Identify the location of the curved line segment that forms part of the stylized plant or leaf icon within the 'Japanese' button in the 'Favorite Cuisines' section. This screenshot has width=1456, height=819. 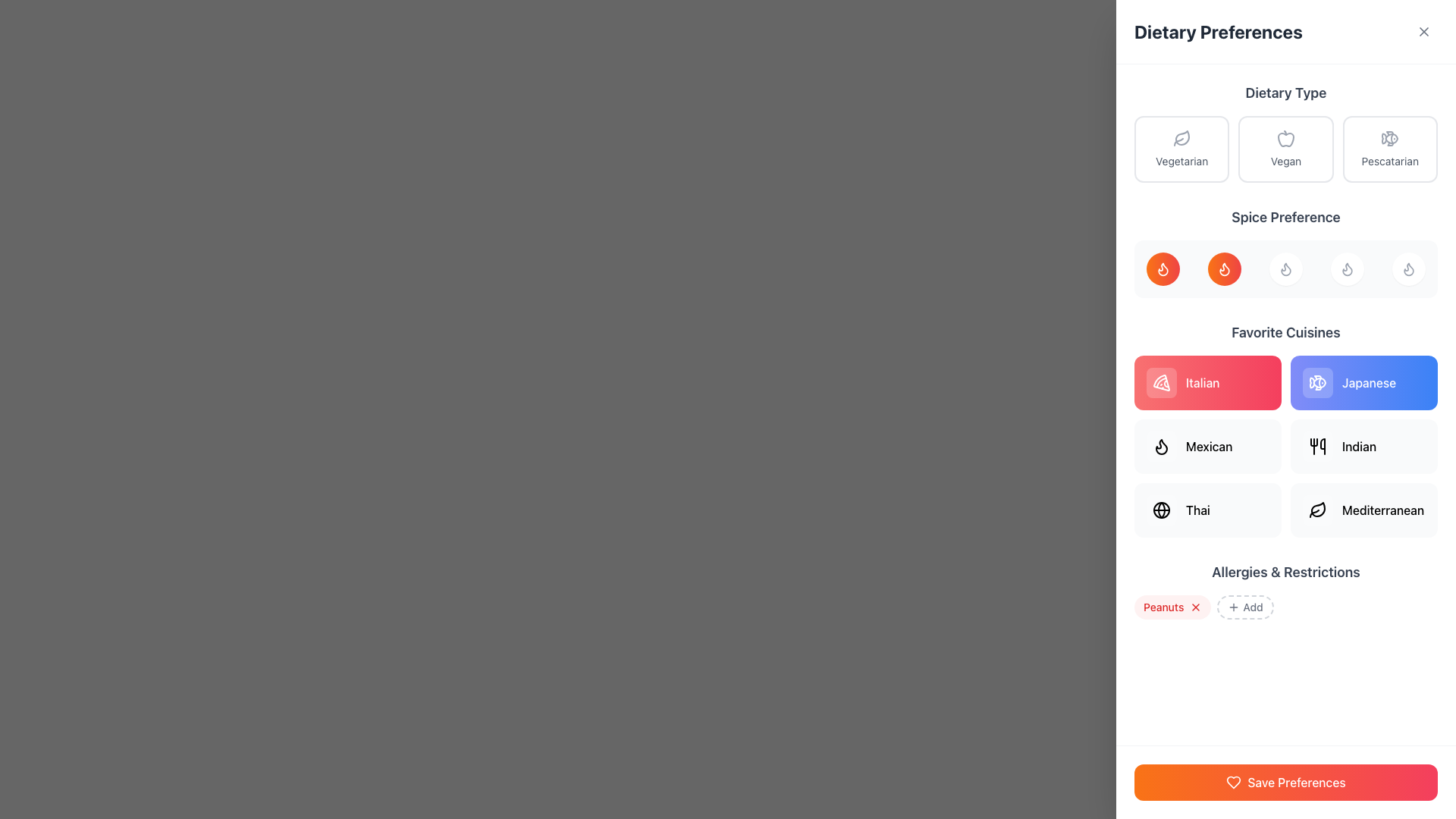
(1313, 513).